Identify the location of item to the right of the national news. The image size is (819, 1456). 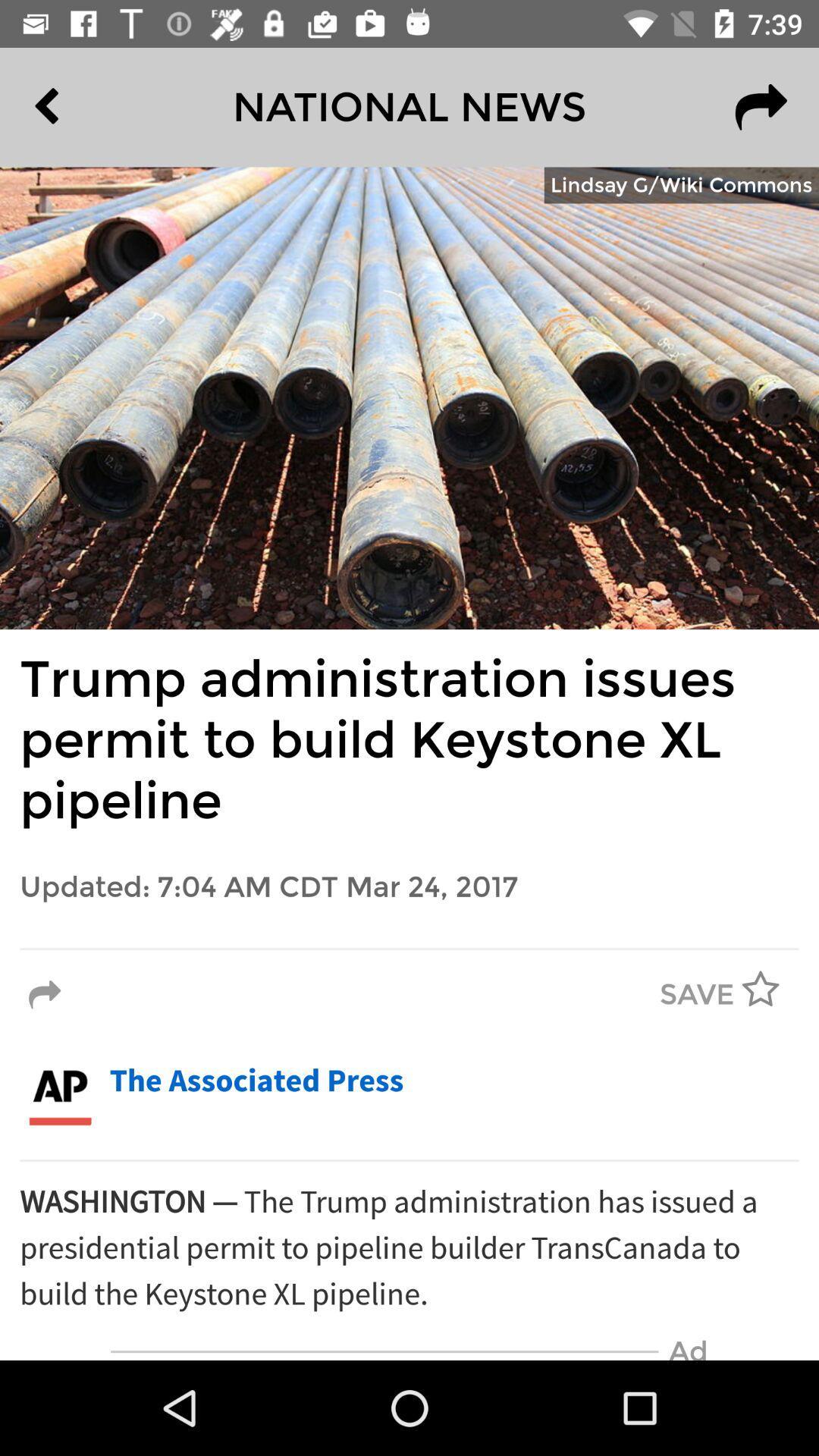
(761, 106).